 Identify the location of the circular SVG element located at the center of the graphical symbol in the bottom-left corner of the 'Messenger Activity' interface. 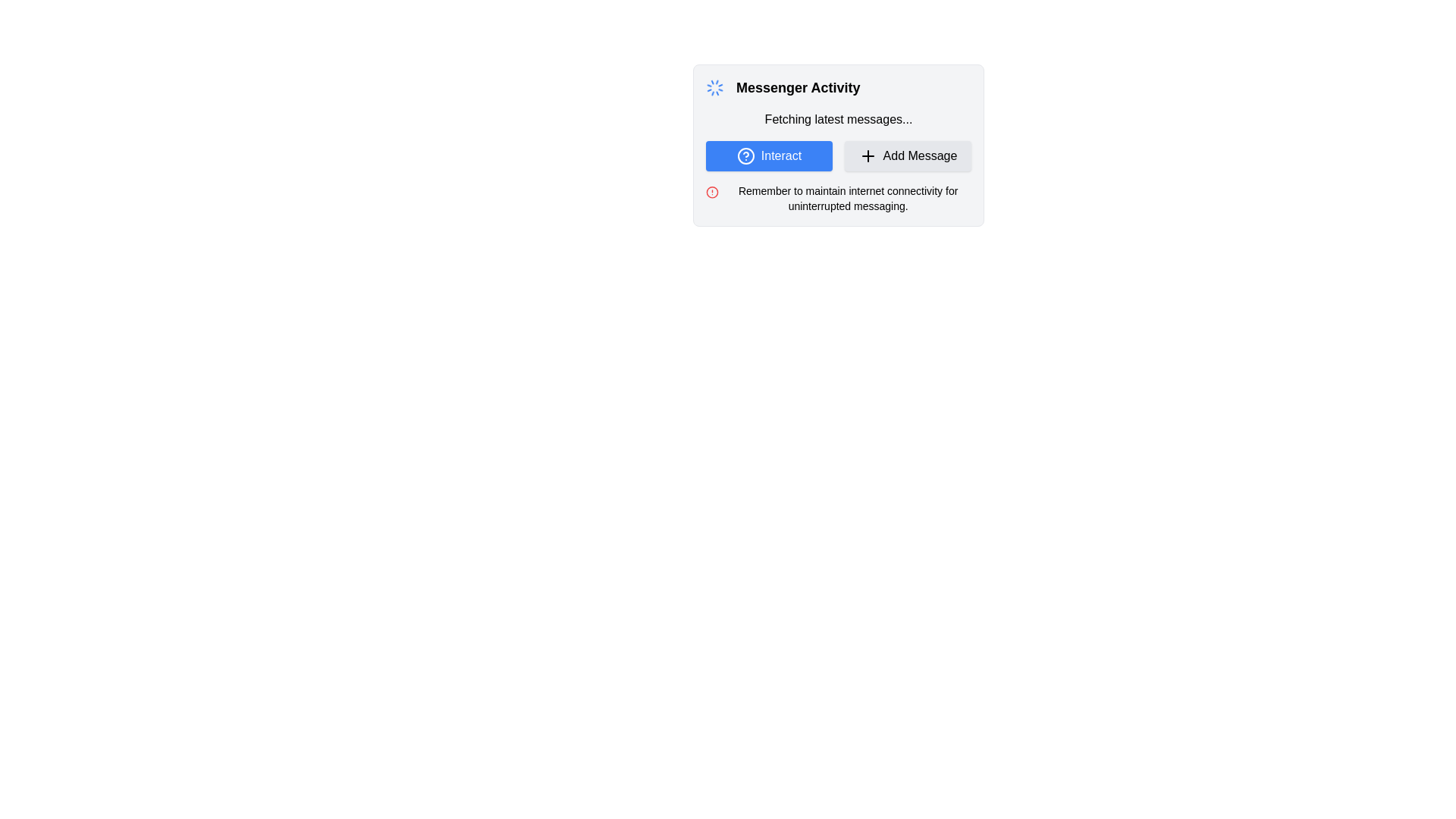
(711, 192).